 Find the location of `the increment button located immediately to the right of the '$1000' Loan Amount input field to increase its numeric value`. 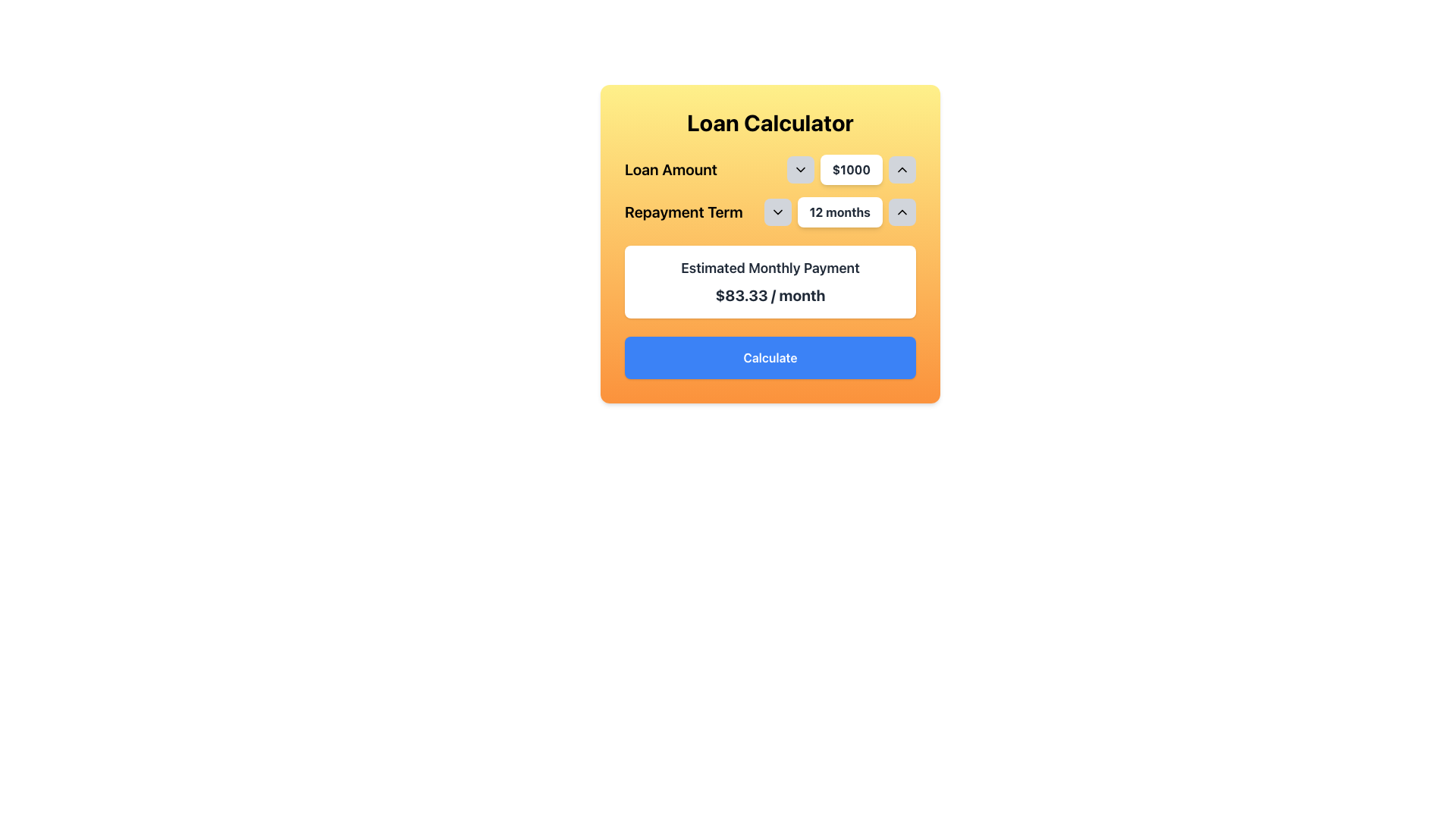

the increment button located immediately to the right of the '$1000' Loan Amount input field to increase its numeric value is located at coordinates (902, 169).